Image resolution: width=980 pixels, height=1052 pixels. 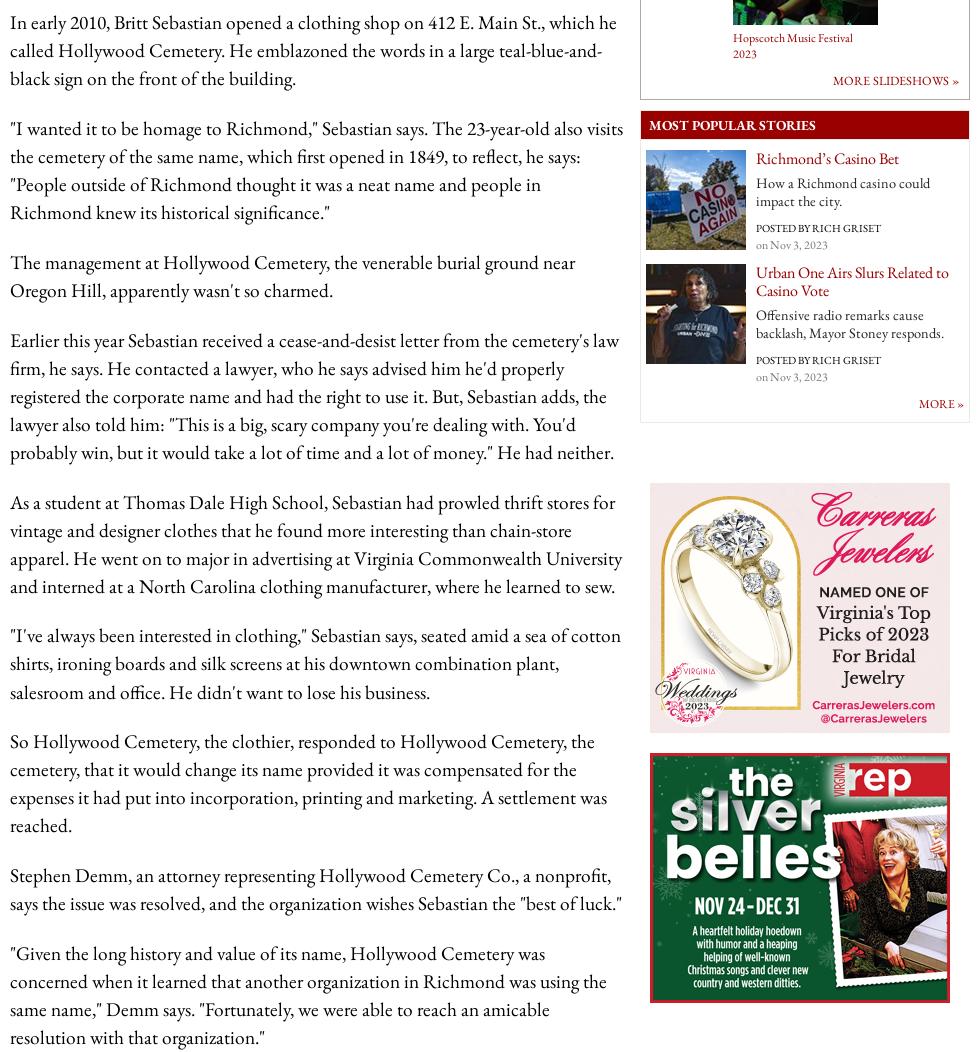 What do you see at coordinates (941, 402) in the screenshot?
I see `'More »'` at bounding box center [941, 402].